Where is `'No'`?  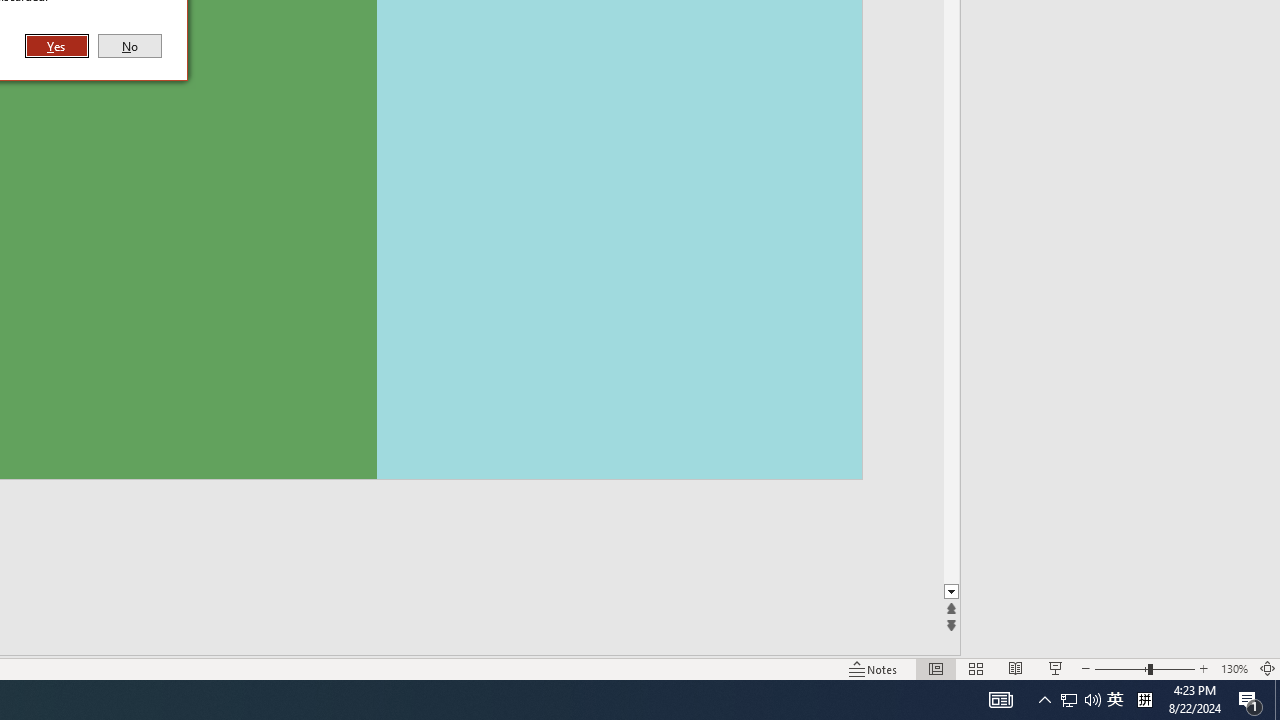
'No' is located at coordinates (129, 45).